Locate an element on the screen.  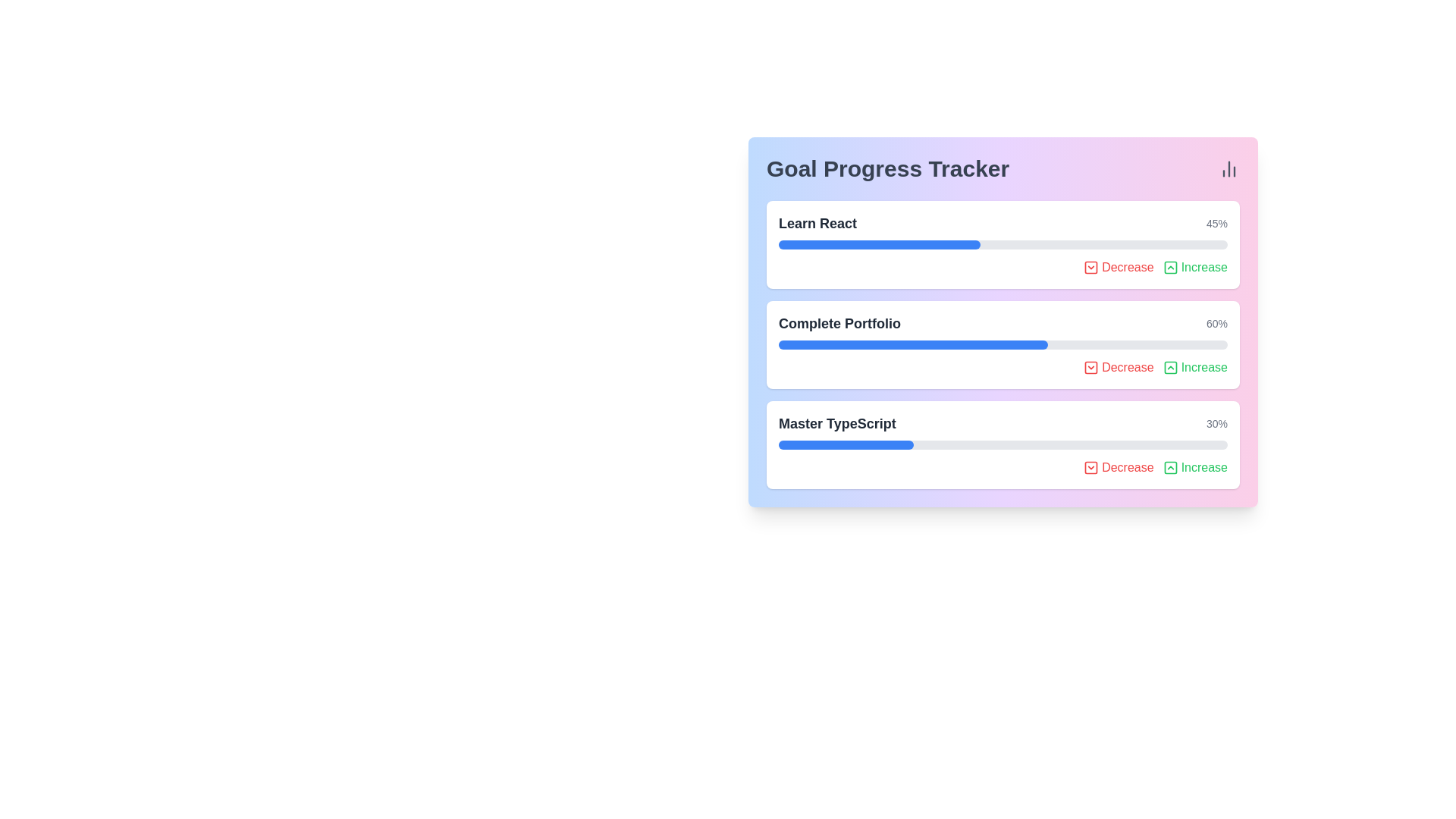
the progress bar representing the completion percentage for the 'Learn React' goal, located in the first card of the goal tracker interface is located at coordinates (1003, 244).